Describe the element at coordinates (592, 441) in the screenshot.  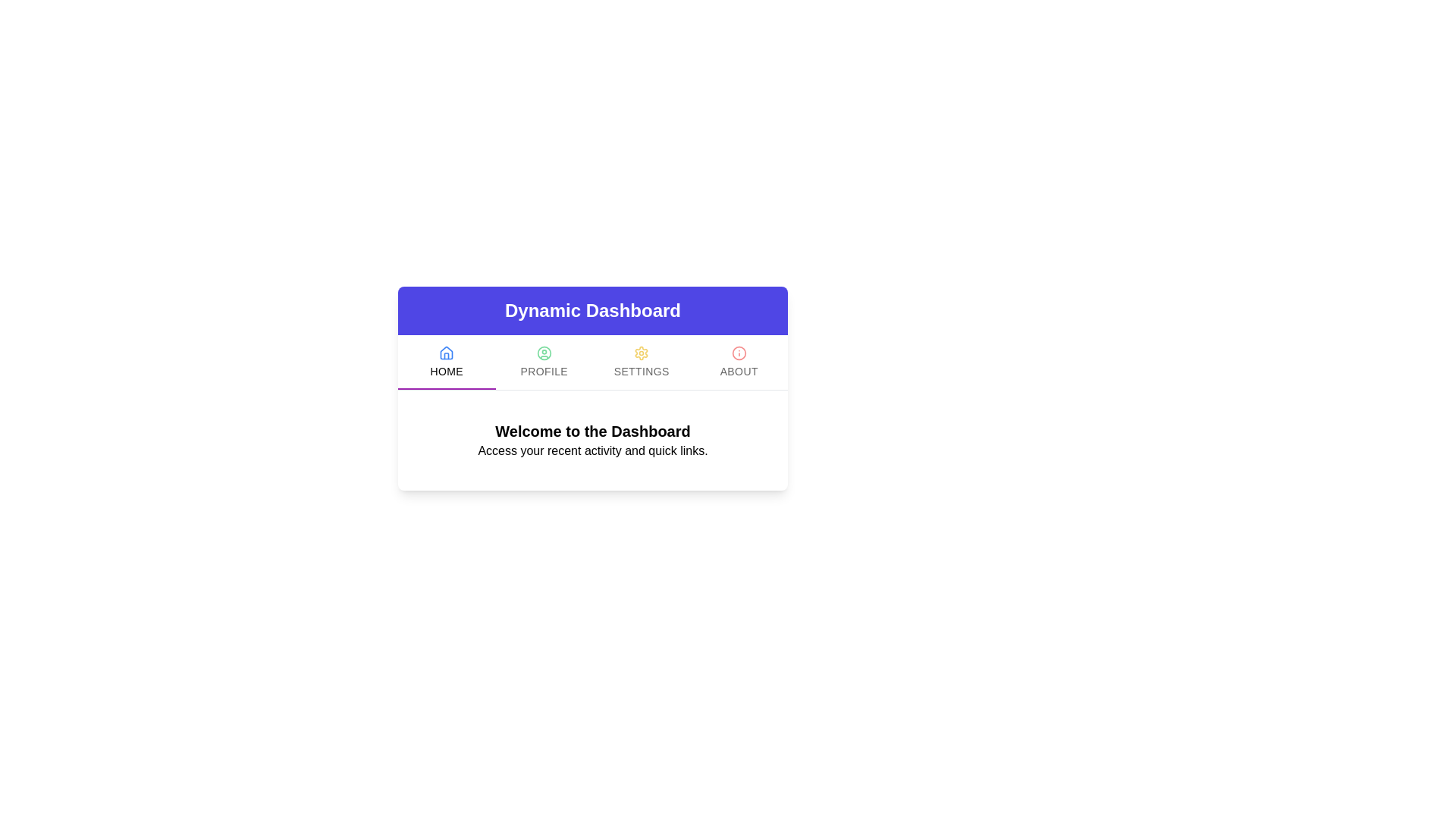
I see `greeting and introductory message from the text block located centrally in the lower portion of the interface, below the navigation bar labeled 'Dynamic Dashboard'` at that location.